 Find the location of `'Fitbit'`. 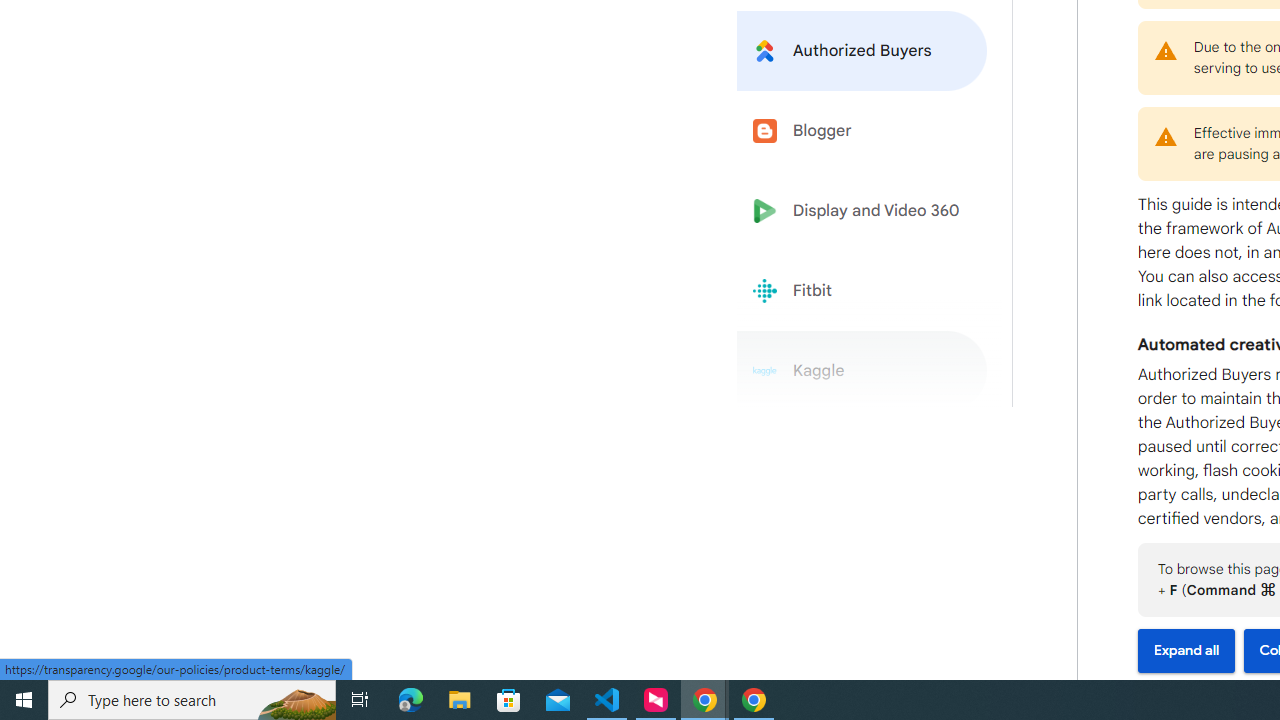

'Fitbit' is located at coordinates (862, 291).